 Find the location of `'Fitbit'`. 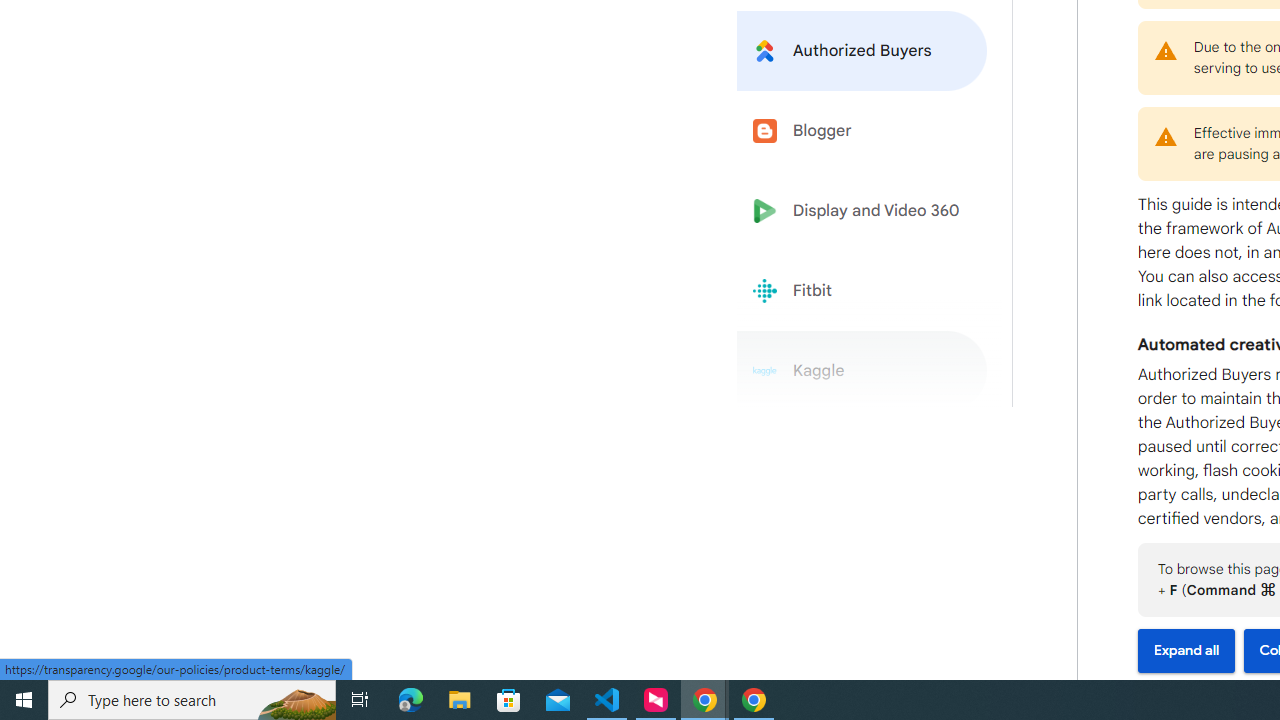

'Fitbit' is located at coordinates (862, 291).